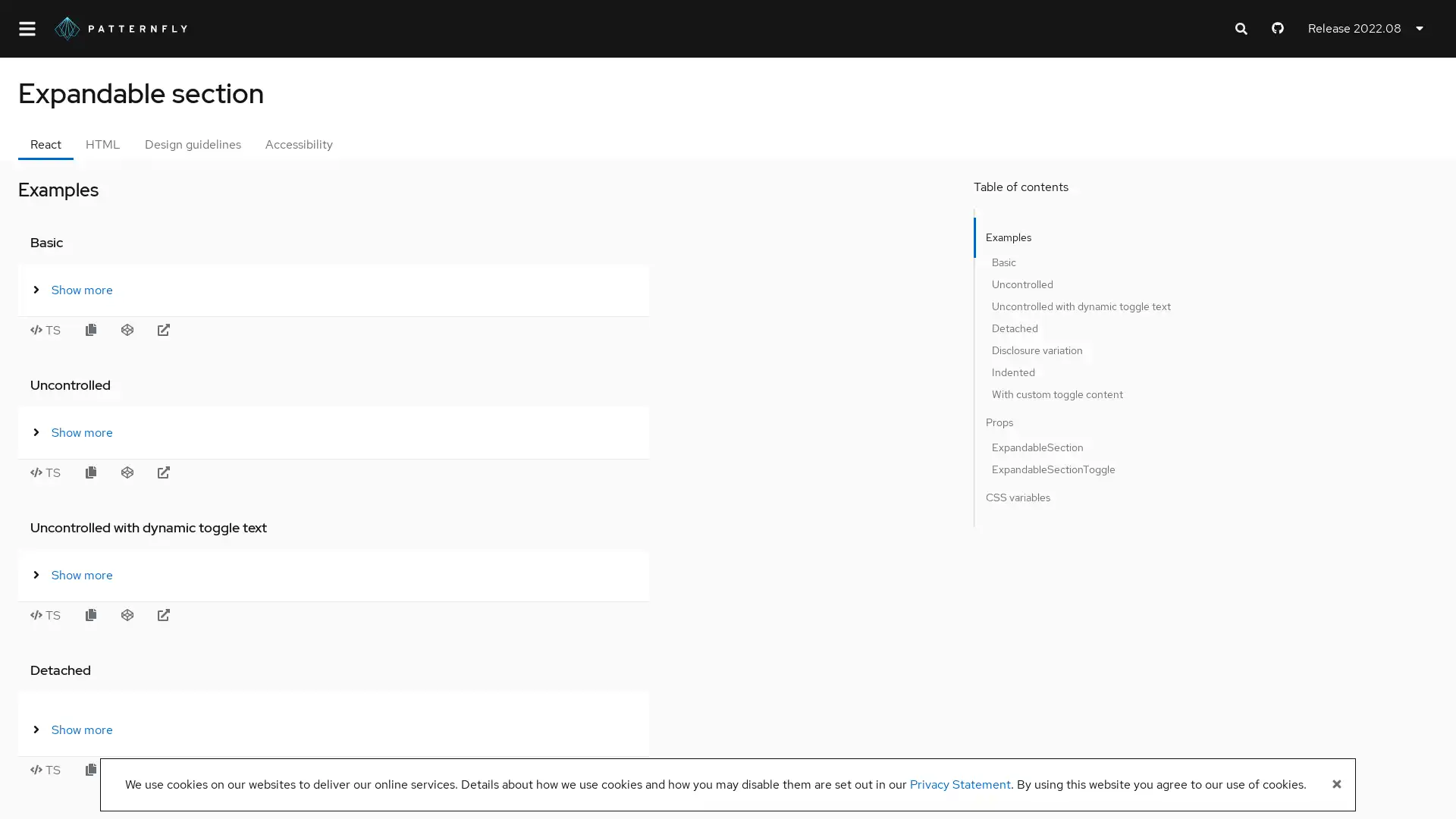  Describe the element at coordinates (309, 769) in the screenshot. I see `Copy Detached example code to clipboard` at that location.